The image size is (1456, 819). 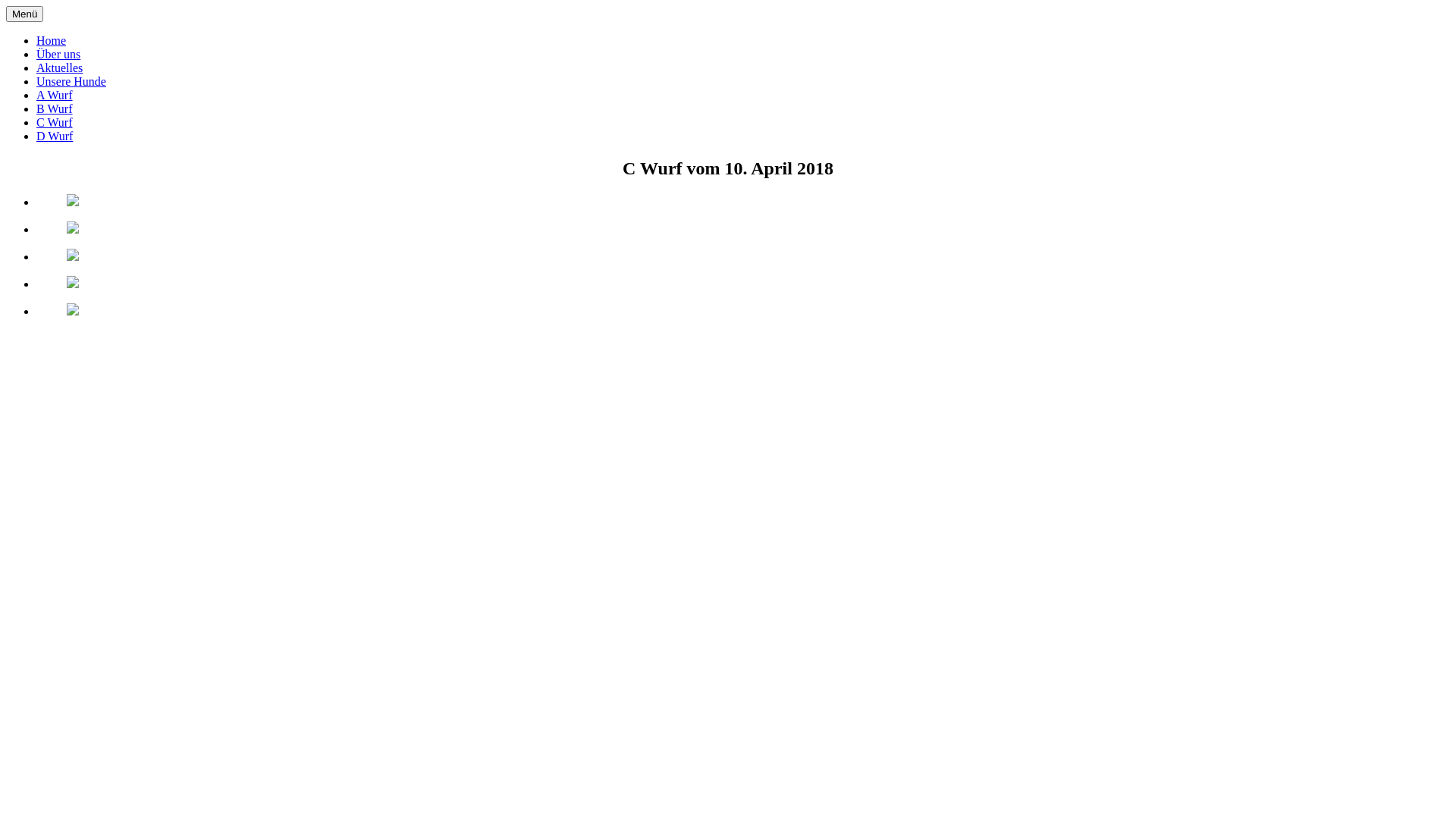 I want to click on 'D Wurf', so click(x=55, y=135).